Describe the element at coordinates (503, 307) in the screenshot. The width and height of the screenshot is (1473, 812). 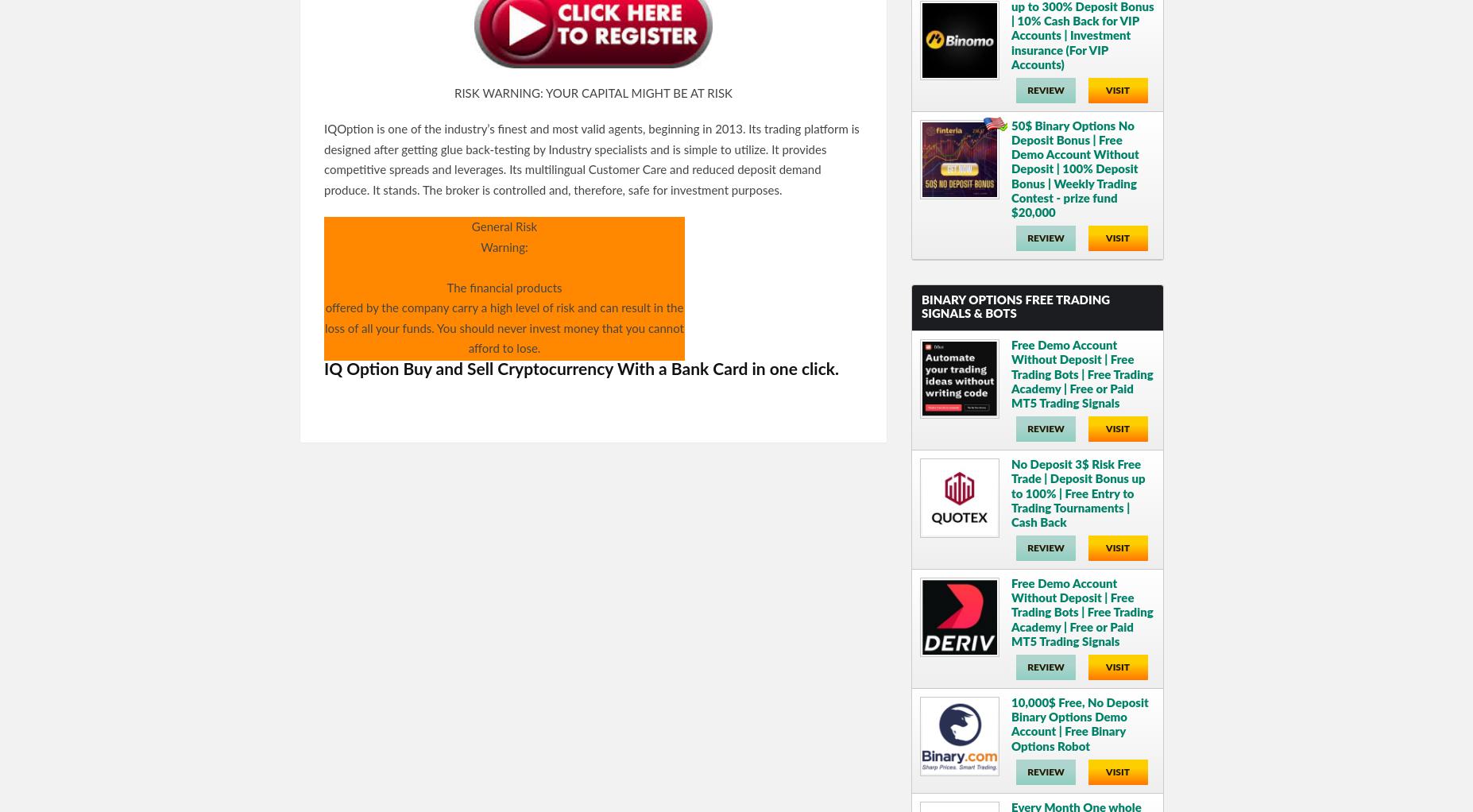
I see `'offered by the company carry a high level of risk and can result in the'` at that location.